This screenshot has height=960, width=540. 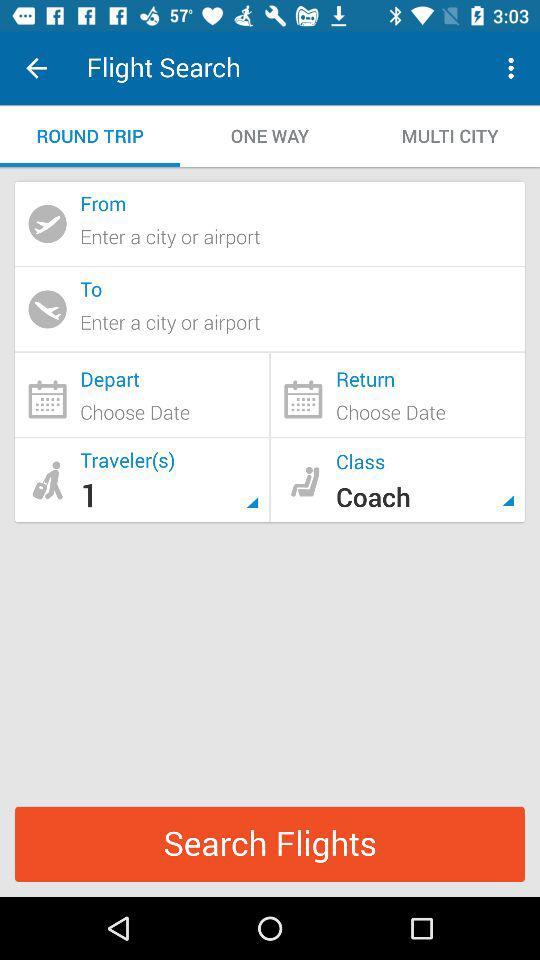 I want to click on the one way icon, so click(x=270, y=135).